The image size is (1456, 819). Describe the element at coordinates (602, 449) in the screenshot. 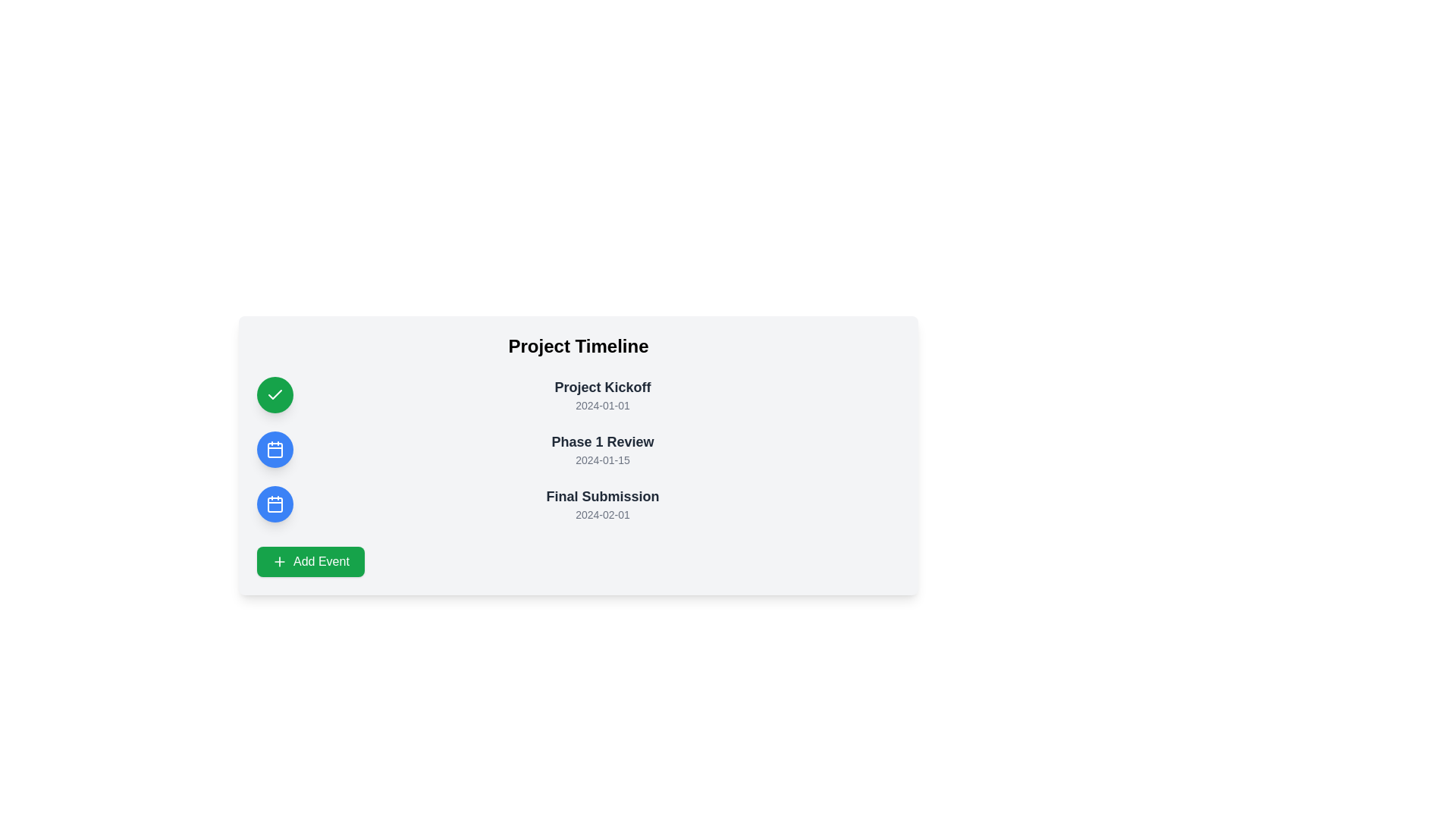

I see `the Descriptive Text Block containing the bold title 'Phase 1 Review' and the timestamp '2024-01-15' in the 'Project Timeline' section` at that location.